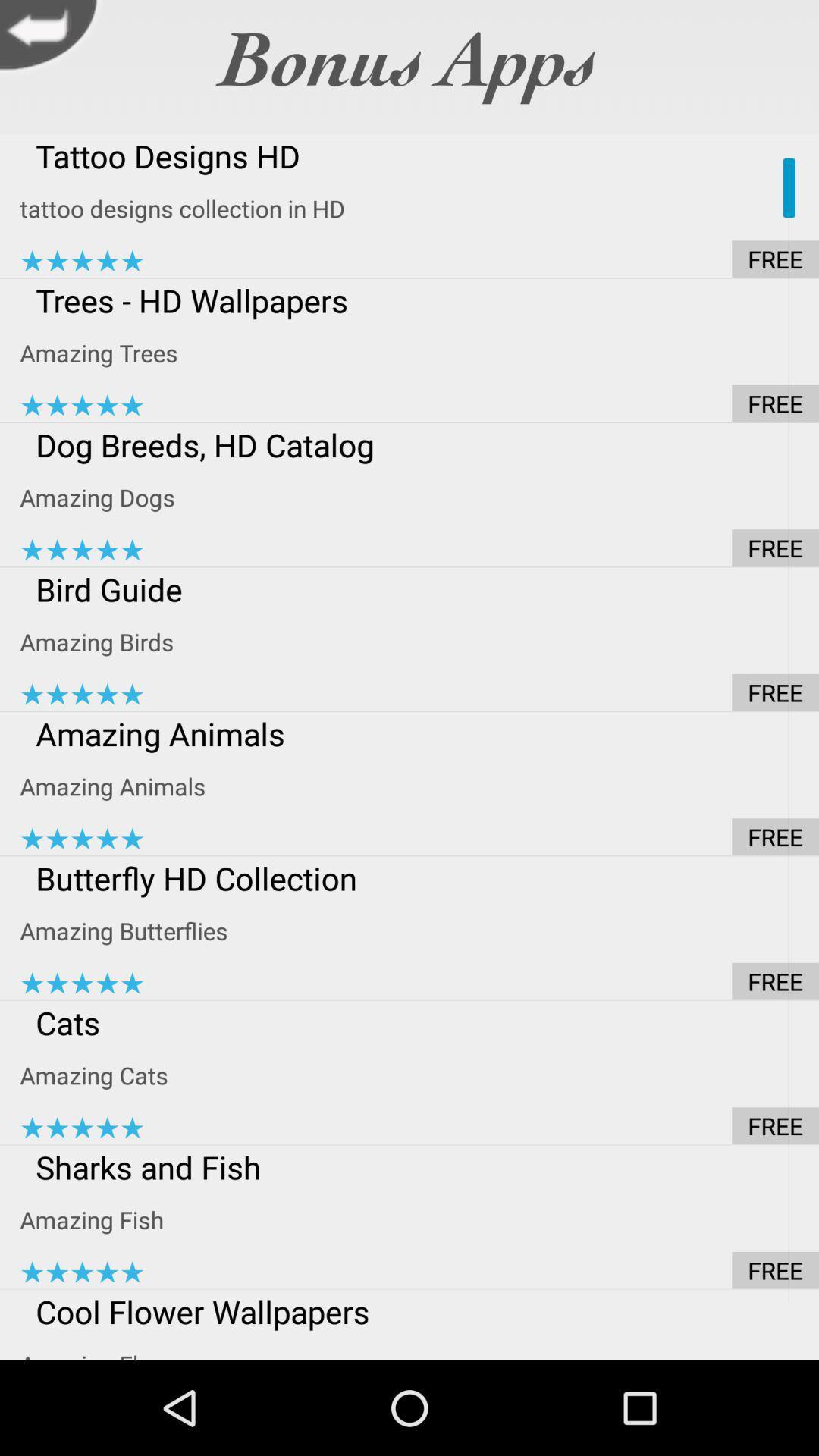 The image size is (819, 1456). Describe the element at coordinates (419, 1166) in the screenshot. I see `sharks and fish` at that location.